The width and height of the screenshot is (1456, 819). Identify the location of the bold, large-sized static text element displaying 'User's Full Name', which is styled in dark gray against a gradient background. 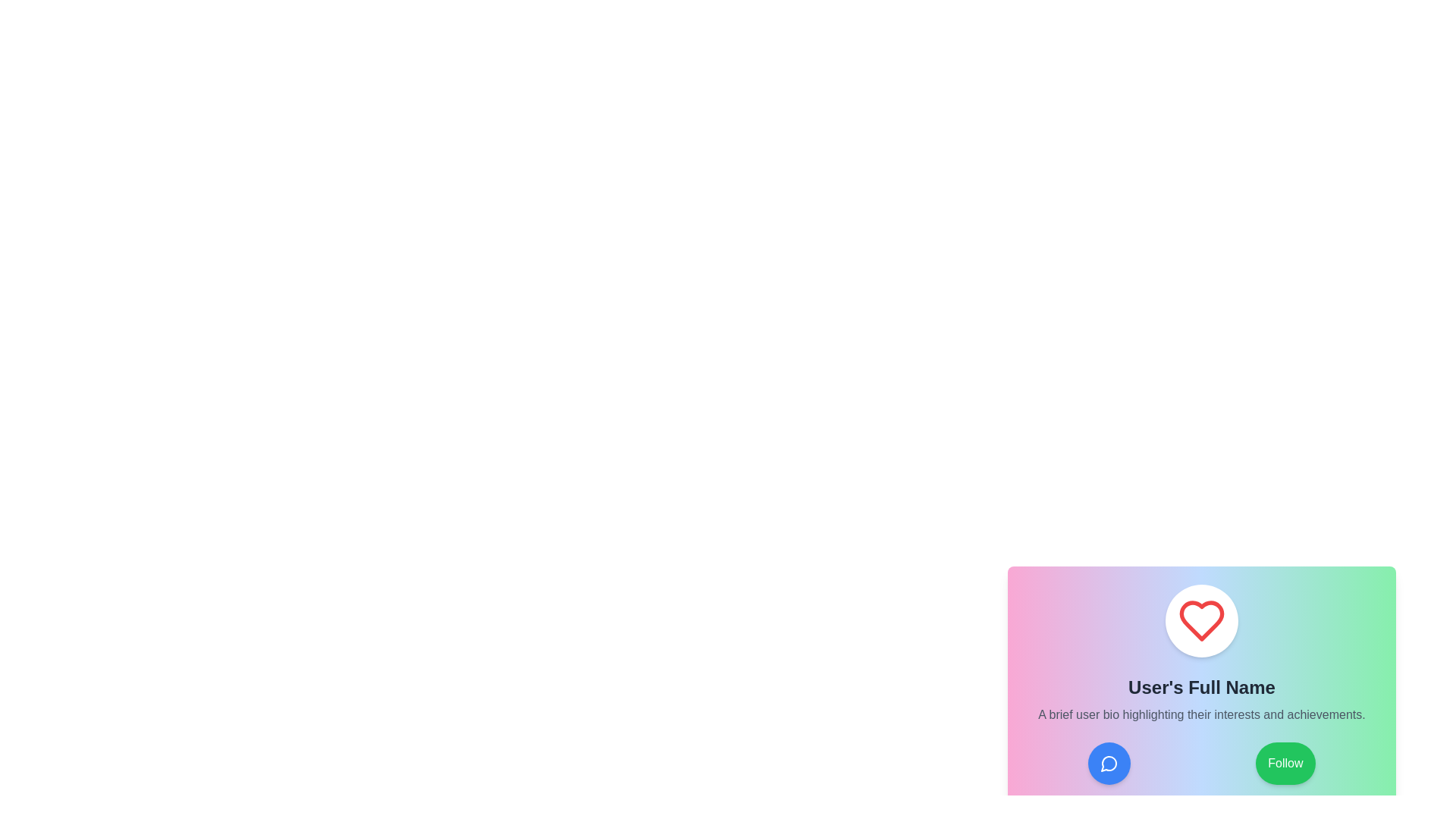
(1200, 687).